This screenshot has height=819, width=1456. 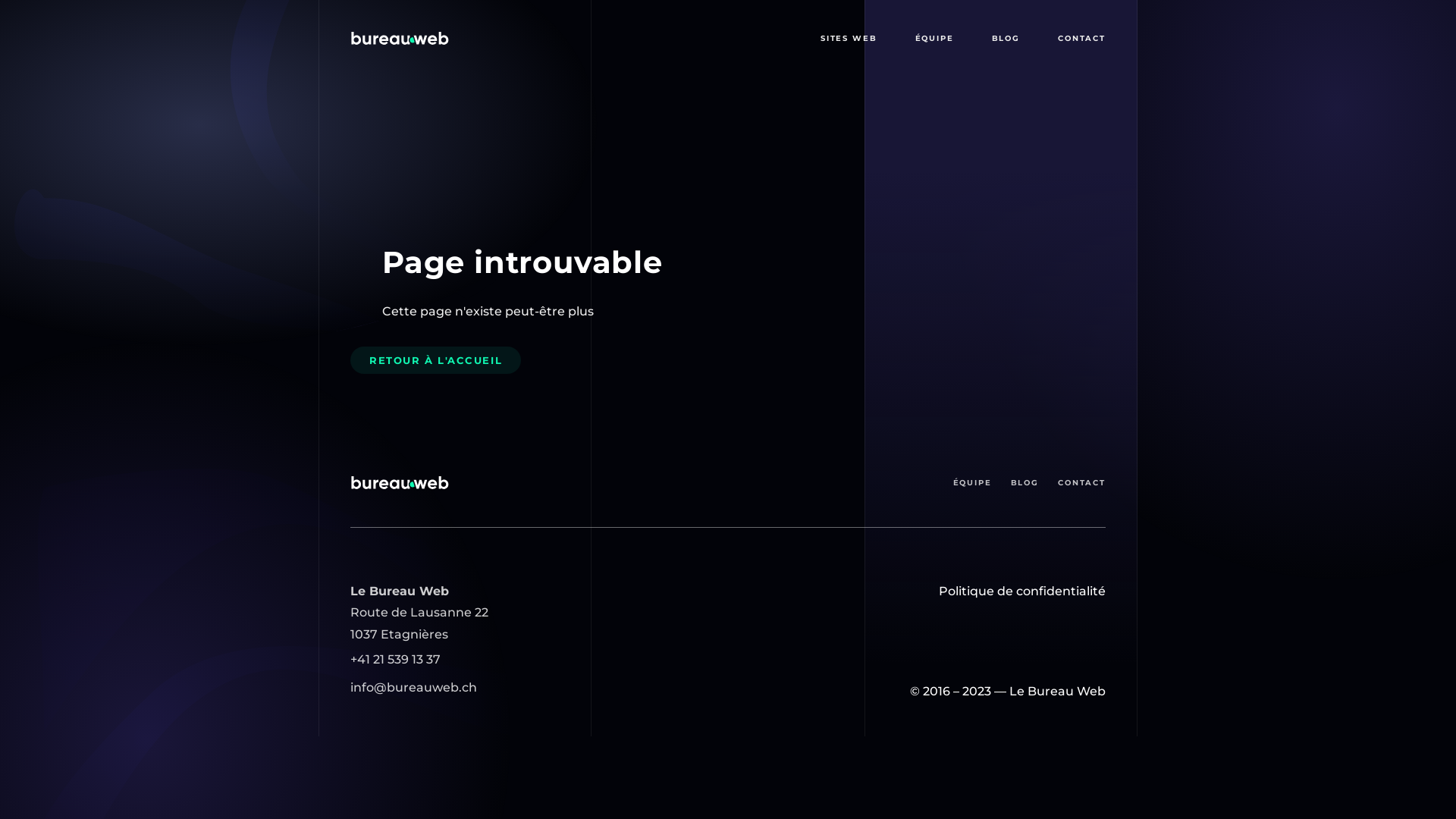 I want to click on '+41 21 539 13 37', so click(x=349, y=659).